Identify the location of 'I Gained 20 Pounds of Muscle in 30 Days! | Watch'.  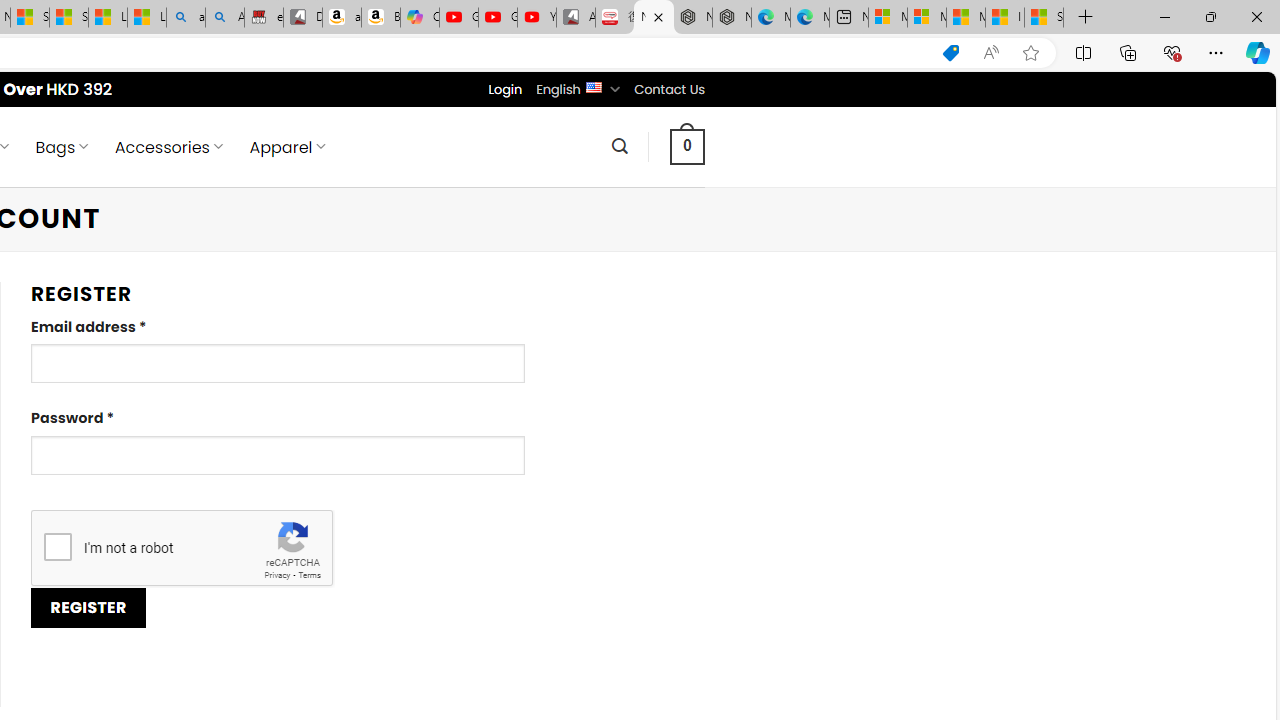
(1004, 17).